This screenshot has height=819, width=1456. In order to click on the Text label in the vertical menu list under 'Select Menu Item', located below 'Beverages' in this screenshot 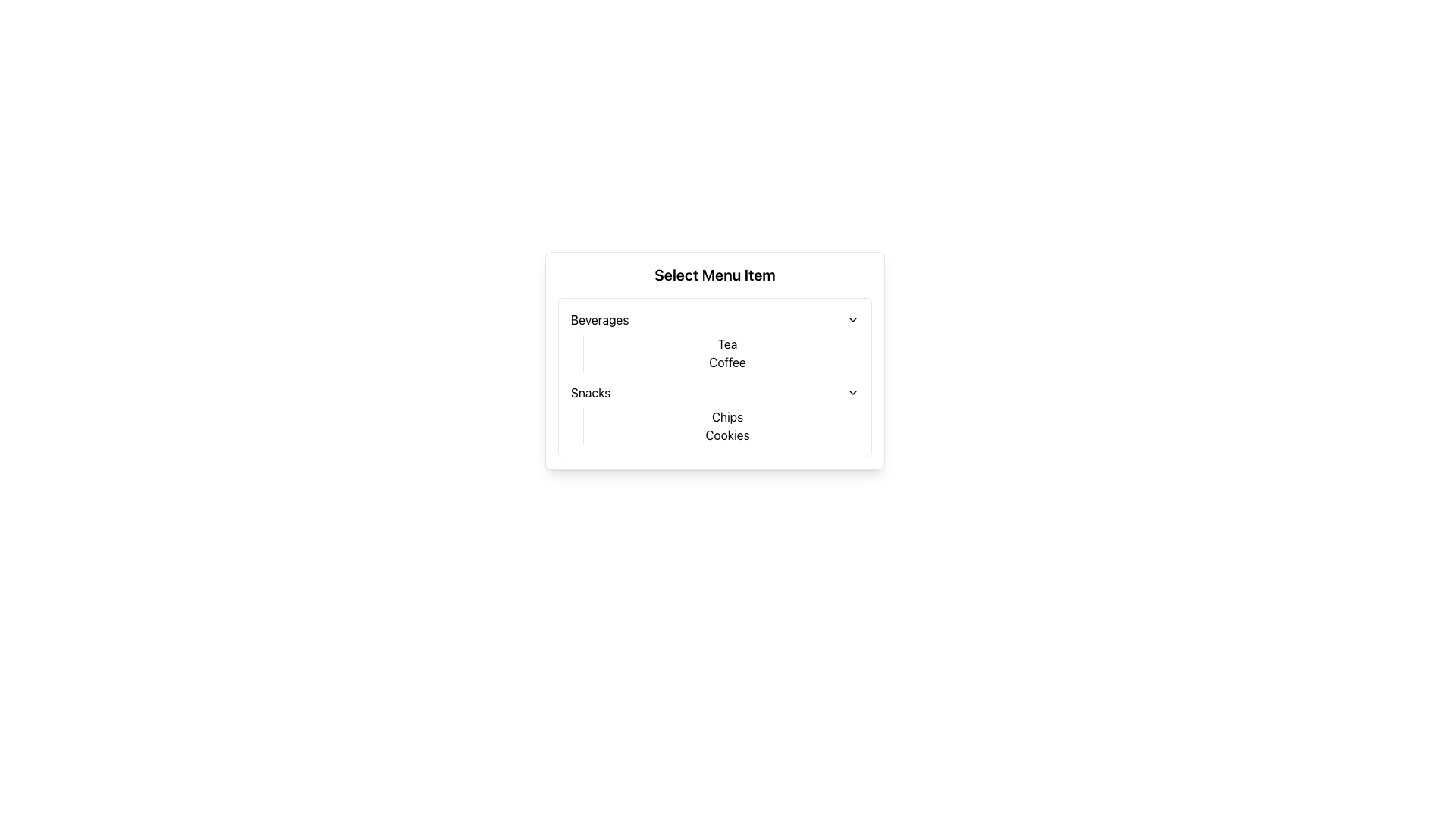, I will do `click(590, 391)`.